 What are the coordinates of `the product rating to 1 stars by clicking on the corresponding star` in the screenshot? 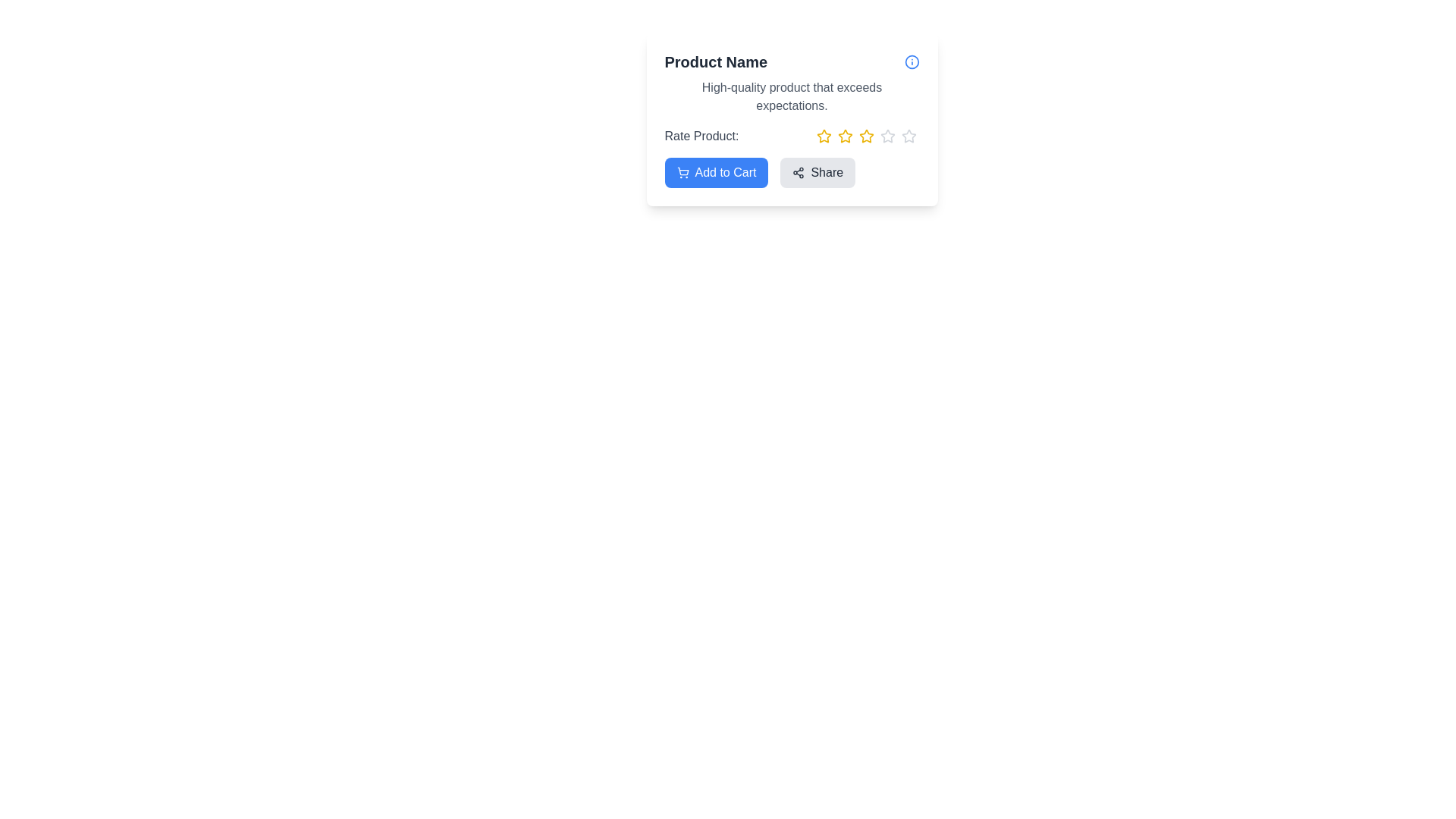 It's located at (823, 136).